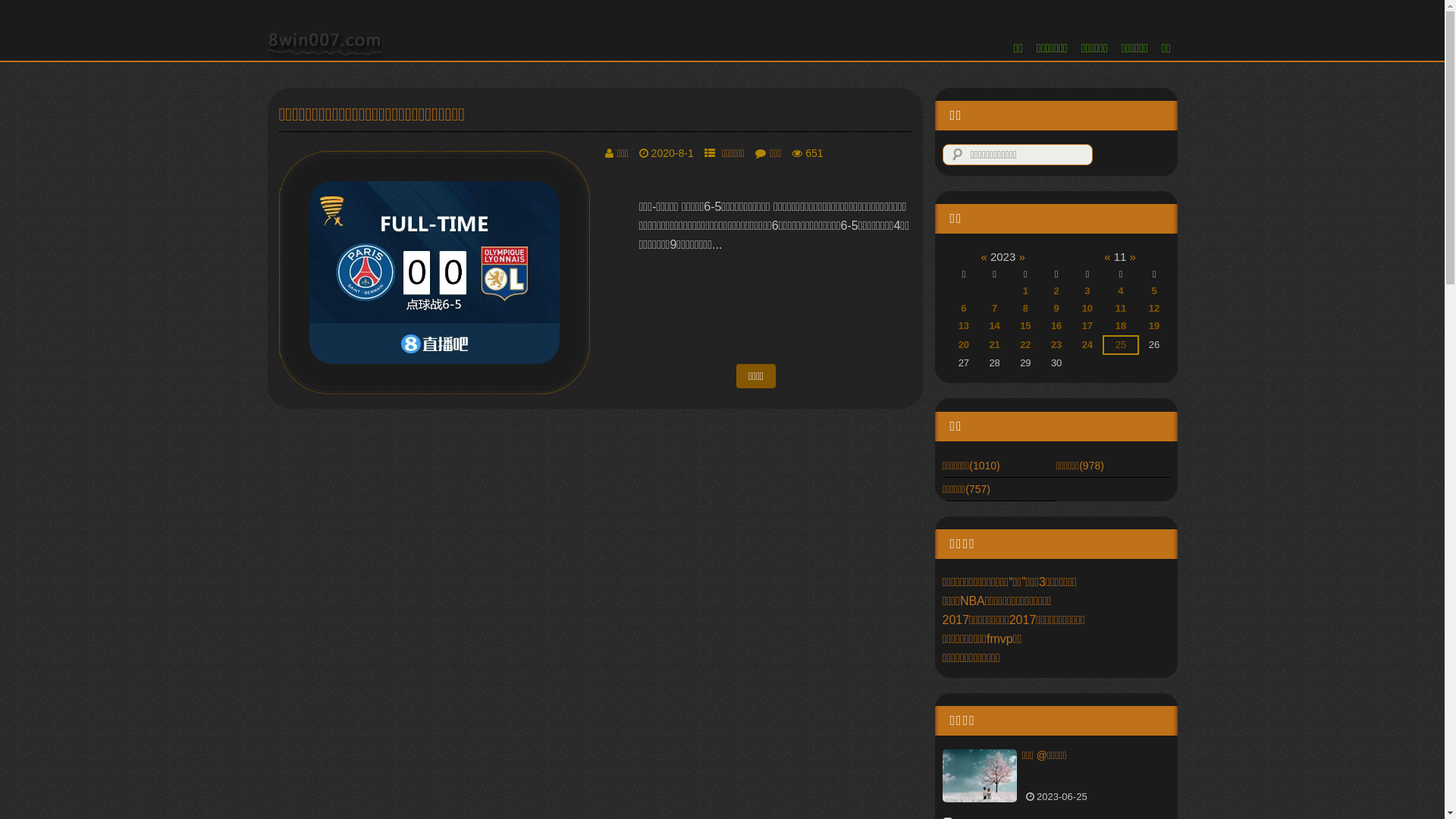  What do you see at coordinates (1115, 325) in the screenshot?
I see `'18'` at bounding box center [1115, 325].